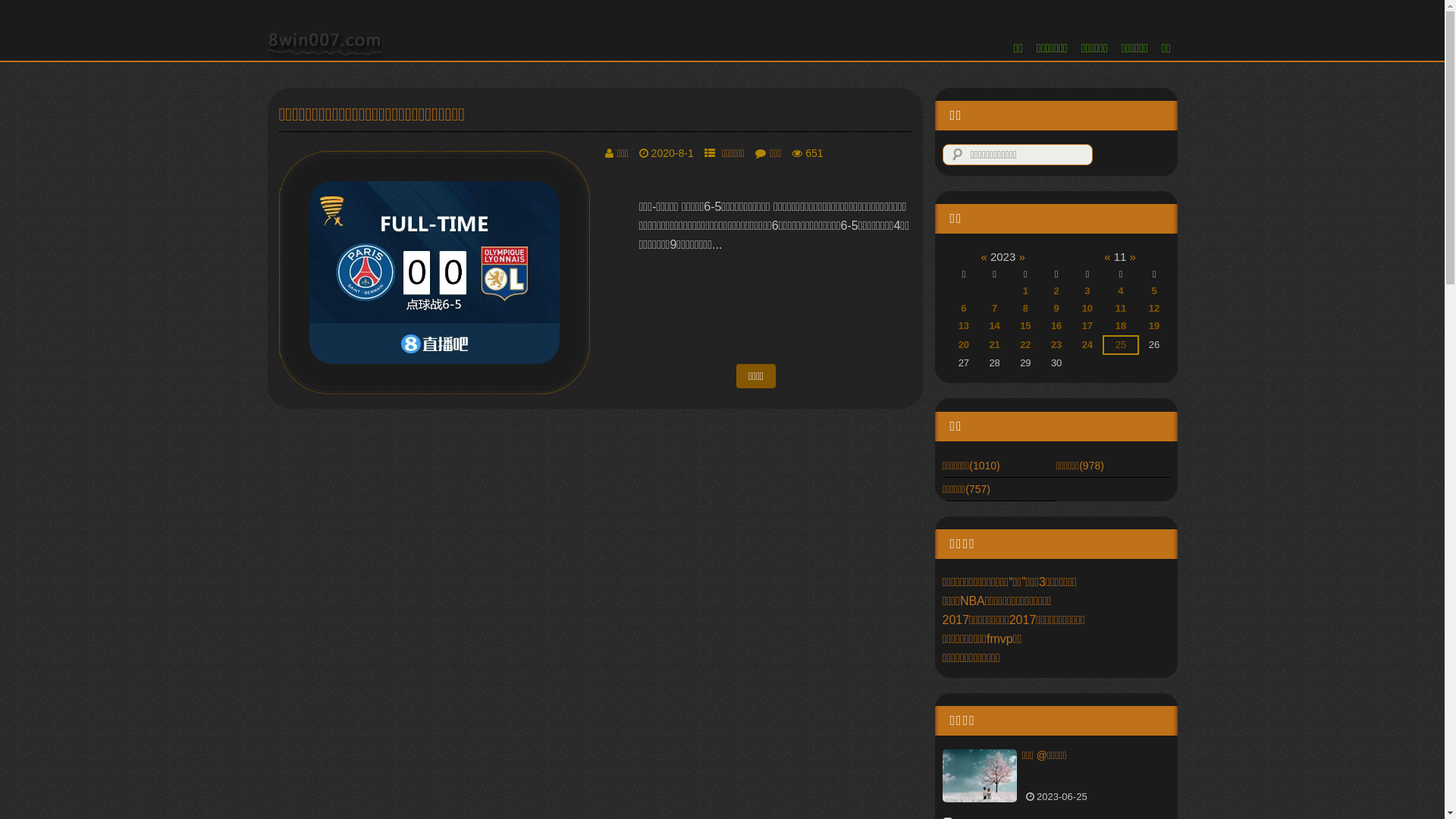  What do you see at coordinates (1115, 325) in the screenshot?
I see `'18'` at bounding box center [1115, 325].